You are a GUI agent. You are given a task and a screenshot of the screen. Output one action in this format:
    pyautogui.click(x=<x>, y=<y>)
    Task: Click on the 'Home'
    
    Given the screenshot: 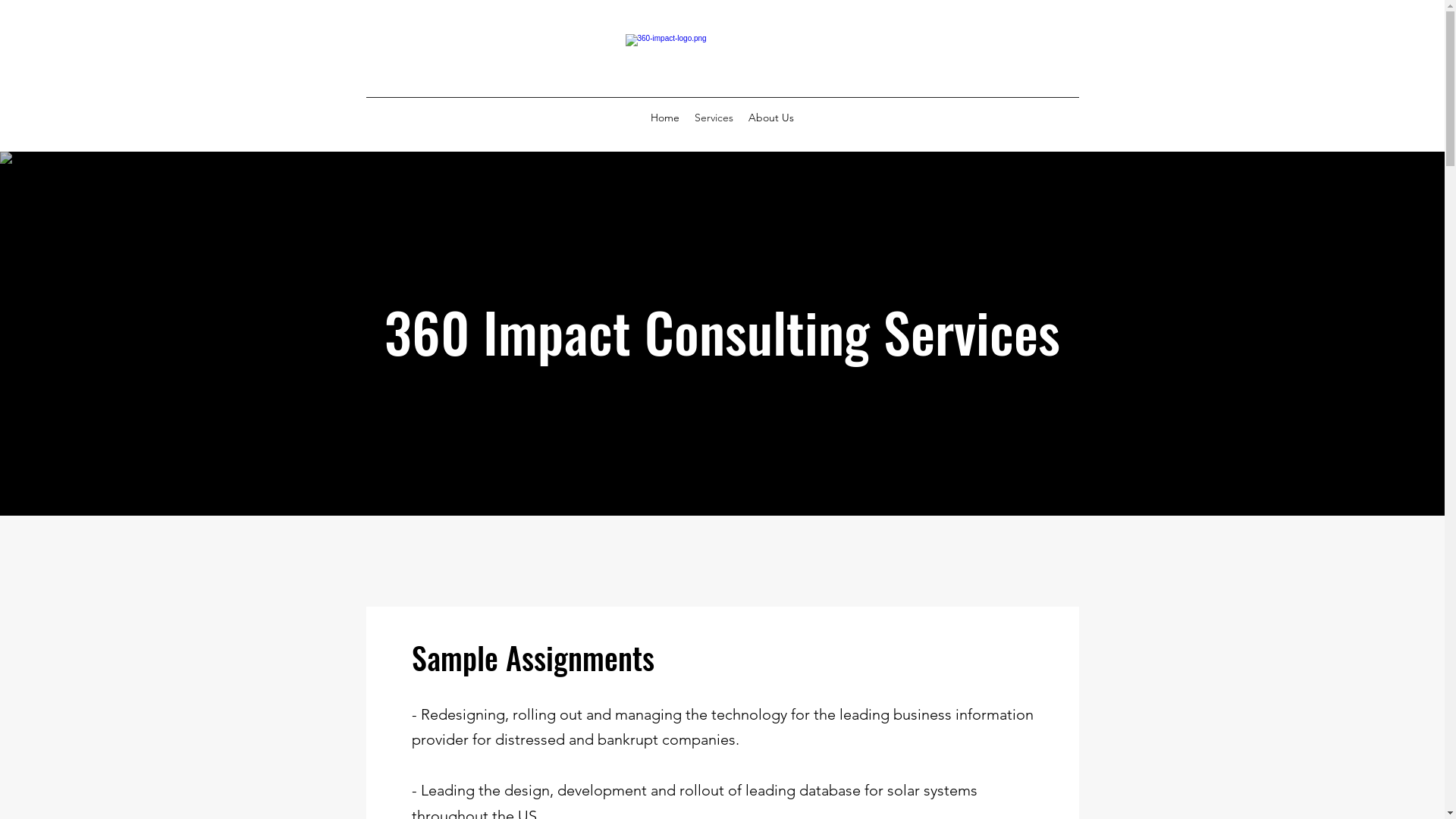 What is the action you would take?
    pyautogui.click(x=665, y=116)
    